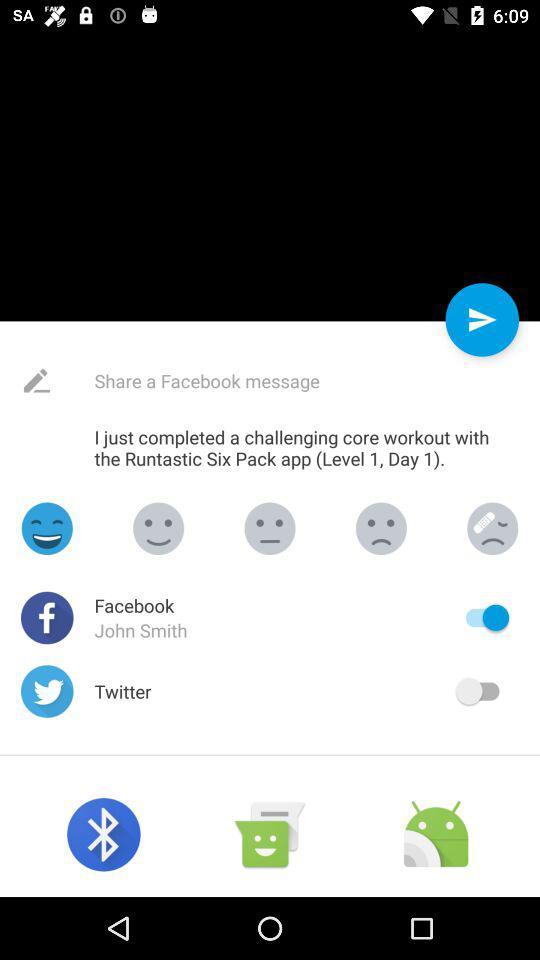 This screenshot has width=540, height=960. Describe the element at coordinates (481, 691) in the screenshot. I see `sharing on twitter` at that location.